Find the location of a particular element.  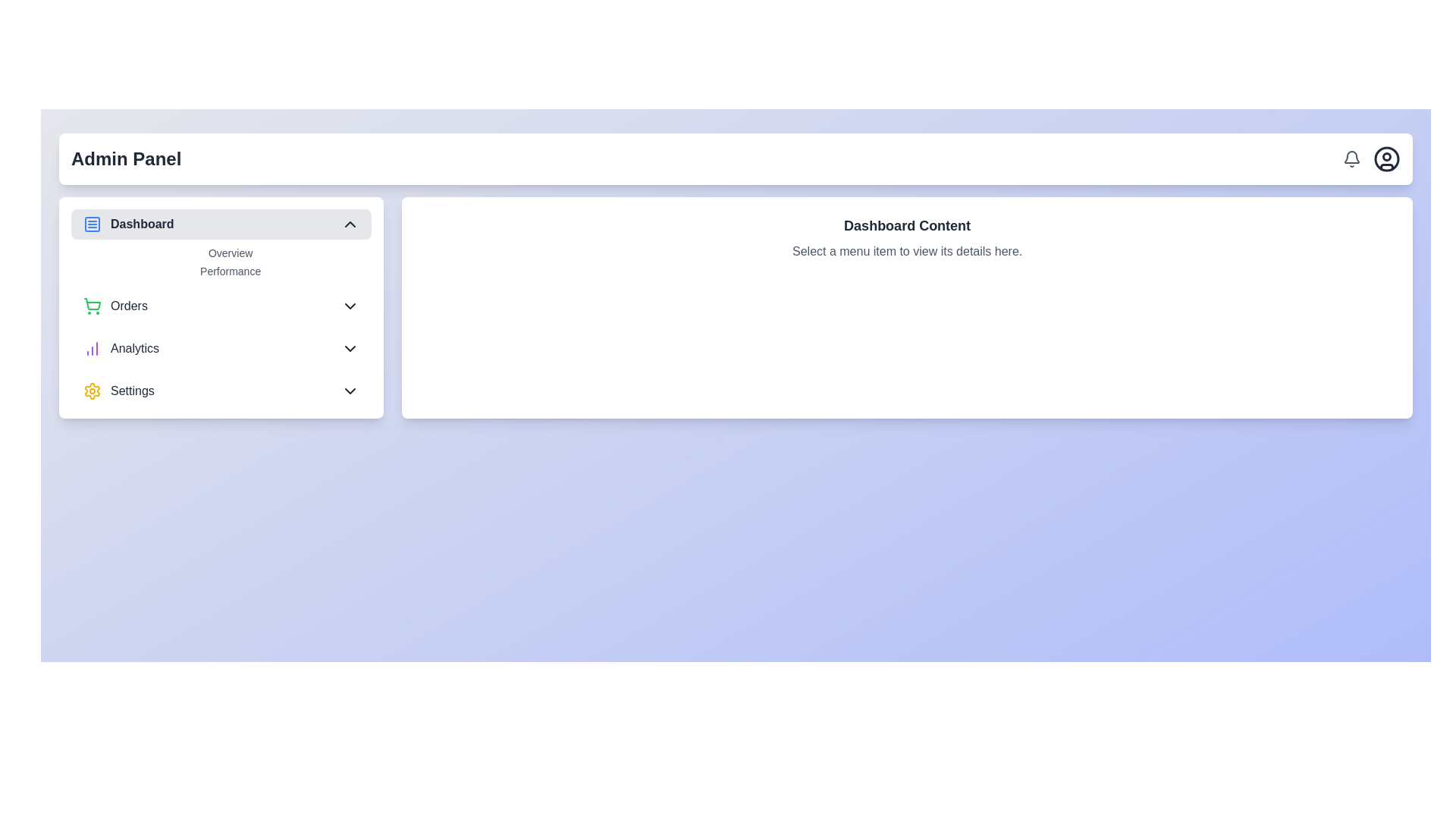

the decorative vector graphic part of the shopping cart icon located in the 'Orders' section of the sidebar, below the 'Dashboard' heading is located at coordinates (92, 304).